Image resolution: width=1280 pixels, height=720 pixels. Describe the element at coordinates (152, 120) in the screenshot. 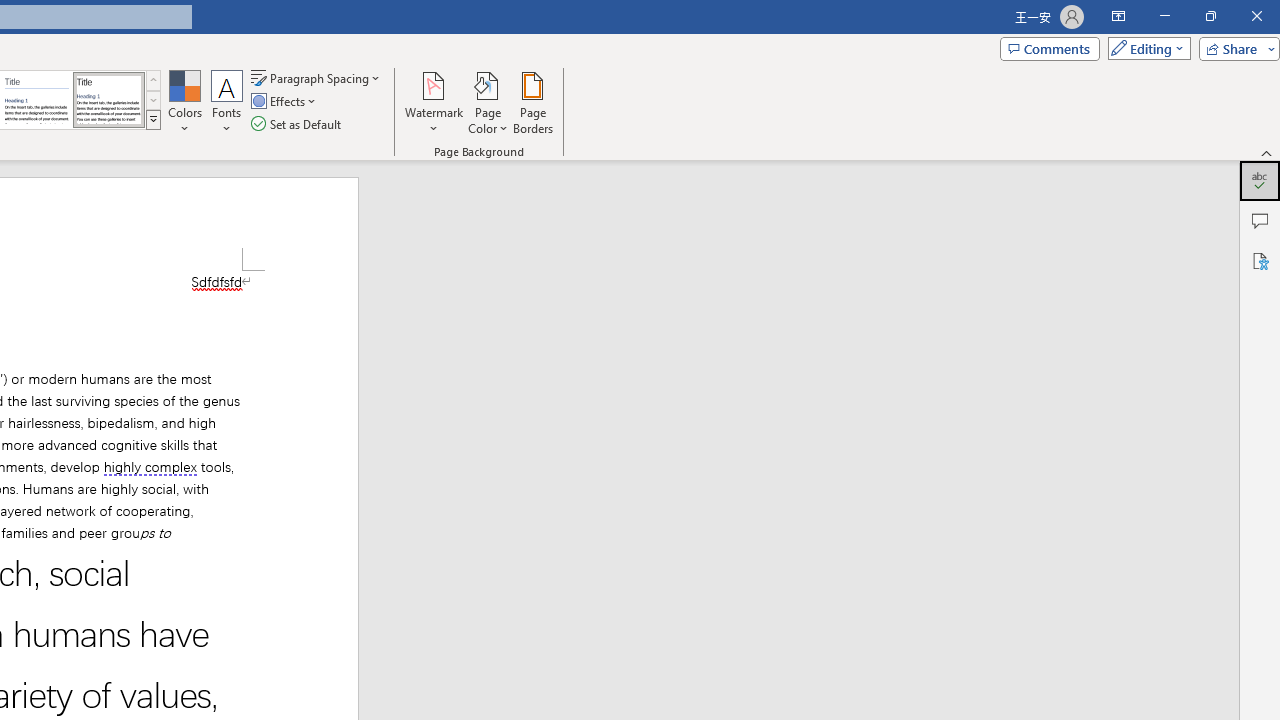

I see `'Style Set'` at that location.